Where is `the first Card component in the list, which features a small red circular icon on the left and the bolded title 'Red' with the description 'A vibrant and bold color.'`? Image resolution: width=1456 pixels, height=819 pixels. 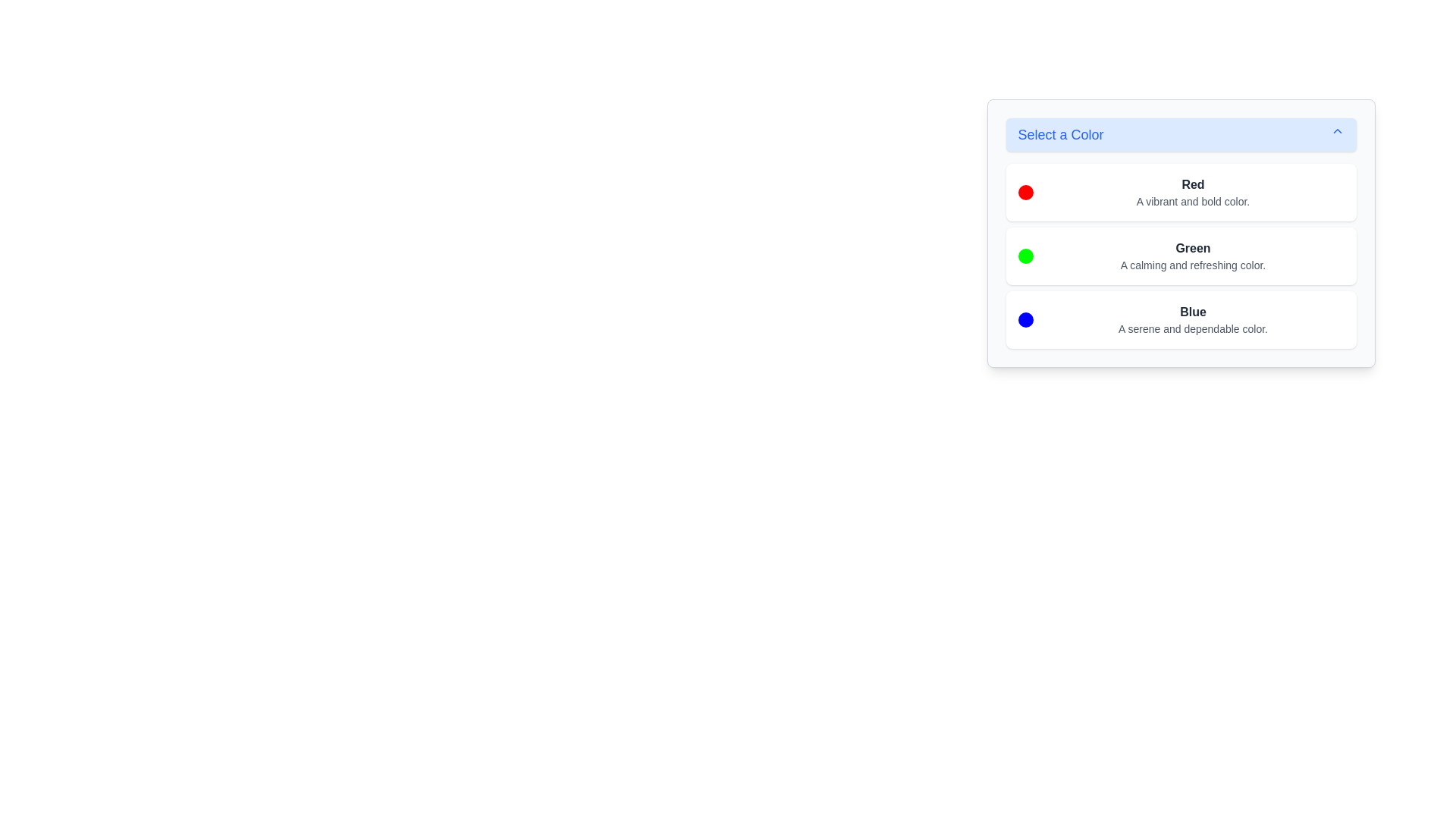
the first Card component in the list, which features a small red circular icon on the left and the bolded title 'Red' with the description 'A vibrant and bold color.' is located at coordinates (1180, 192).